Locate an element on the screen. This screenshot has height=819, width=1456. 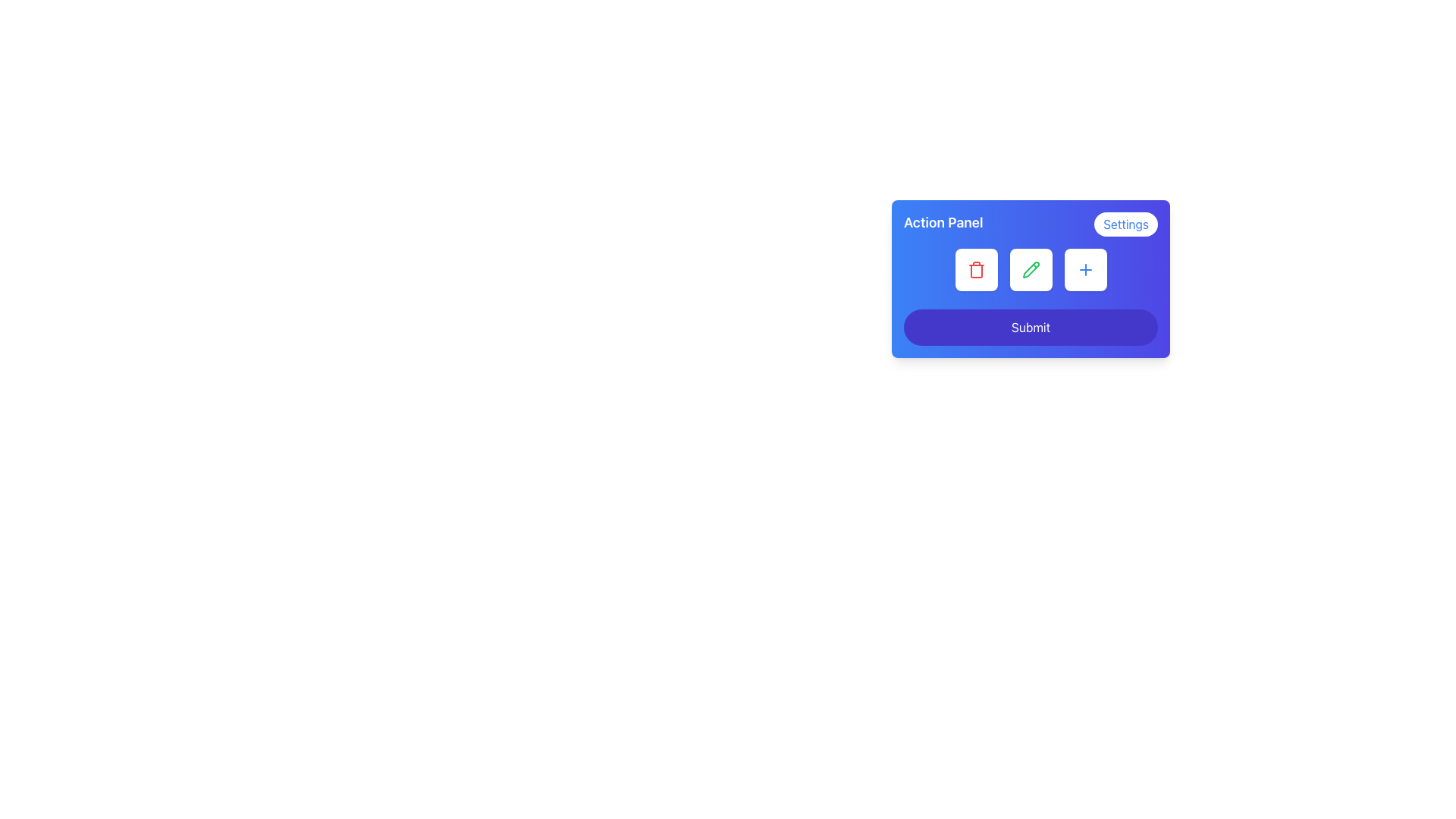
the small, rounded button with a white background and light blue text that displays 'Settings' is located at coordinates (1126, 224).